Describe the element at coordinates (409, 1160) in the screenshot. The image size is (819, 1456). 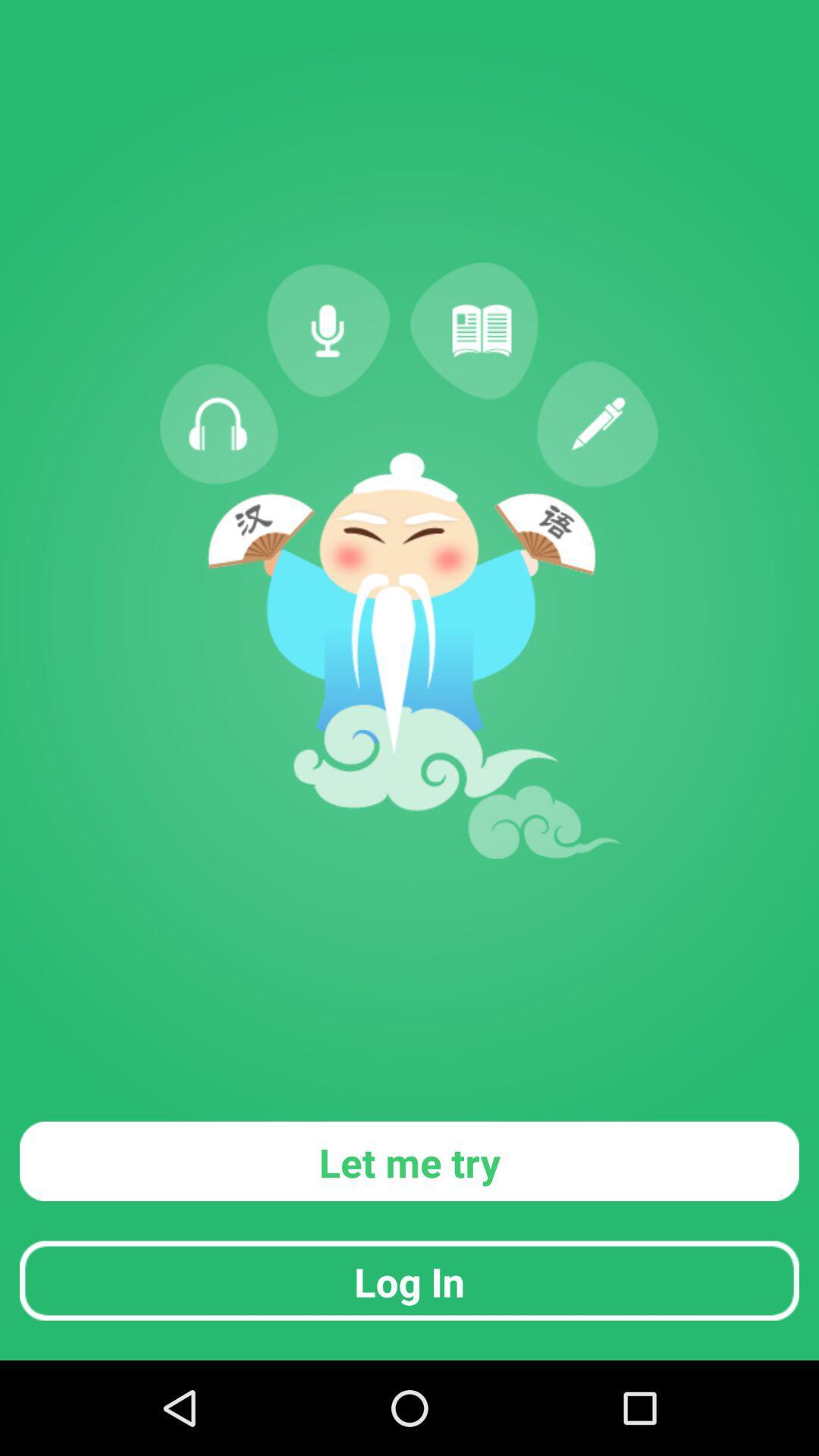
I see `icon above the log in button` at that location.